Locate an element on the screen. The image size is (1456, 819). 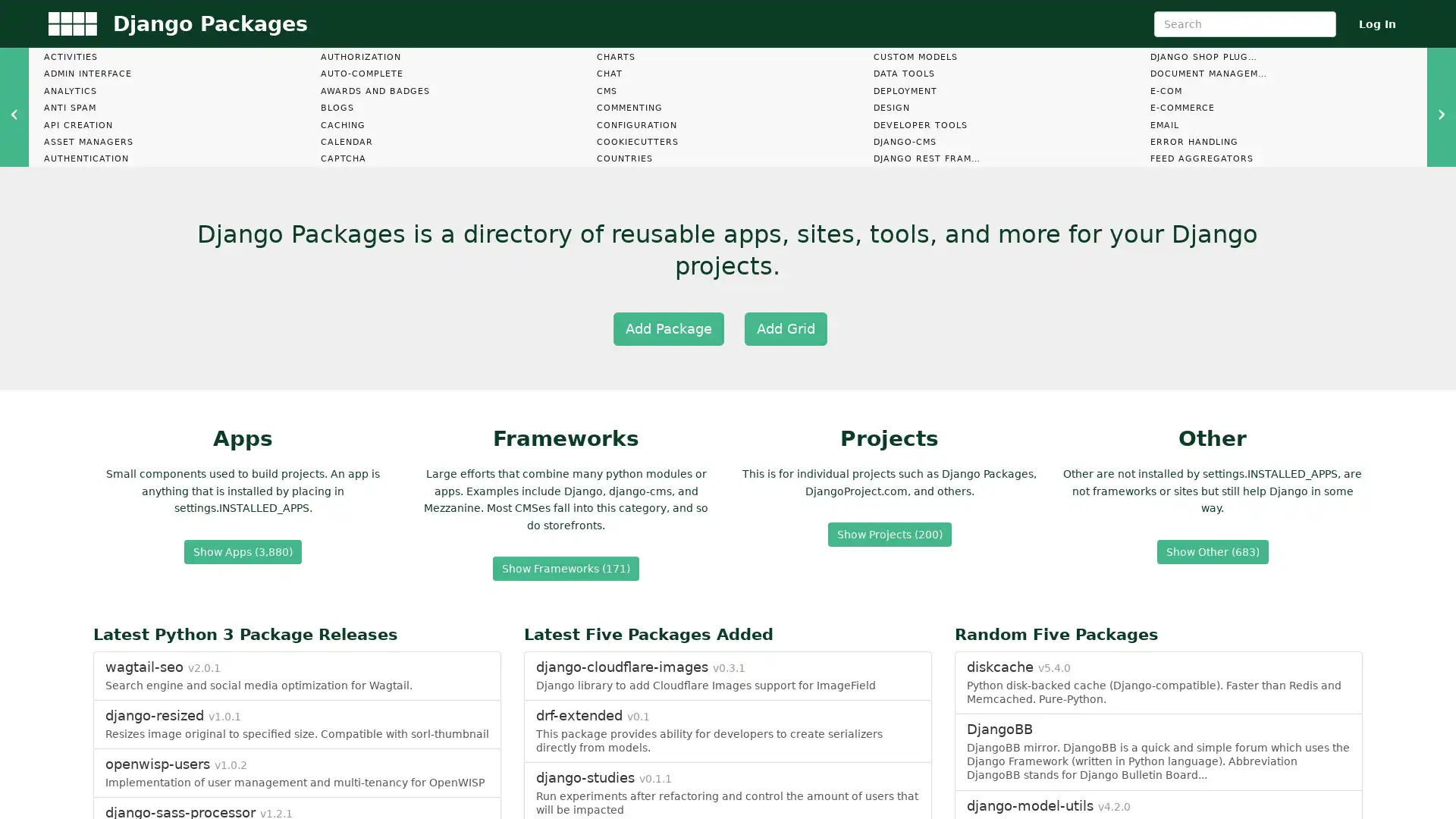
Add Package is located at coordinates (667, 327).